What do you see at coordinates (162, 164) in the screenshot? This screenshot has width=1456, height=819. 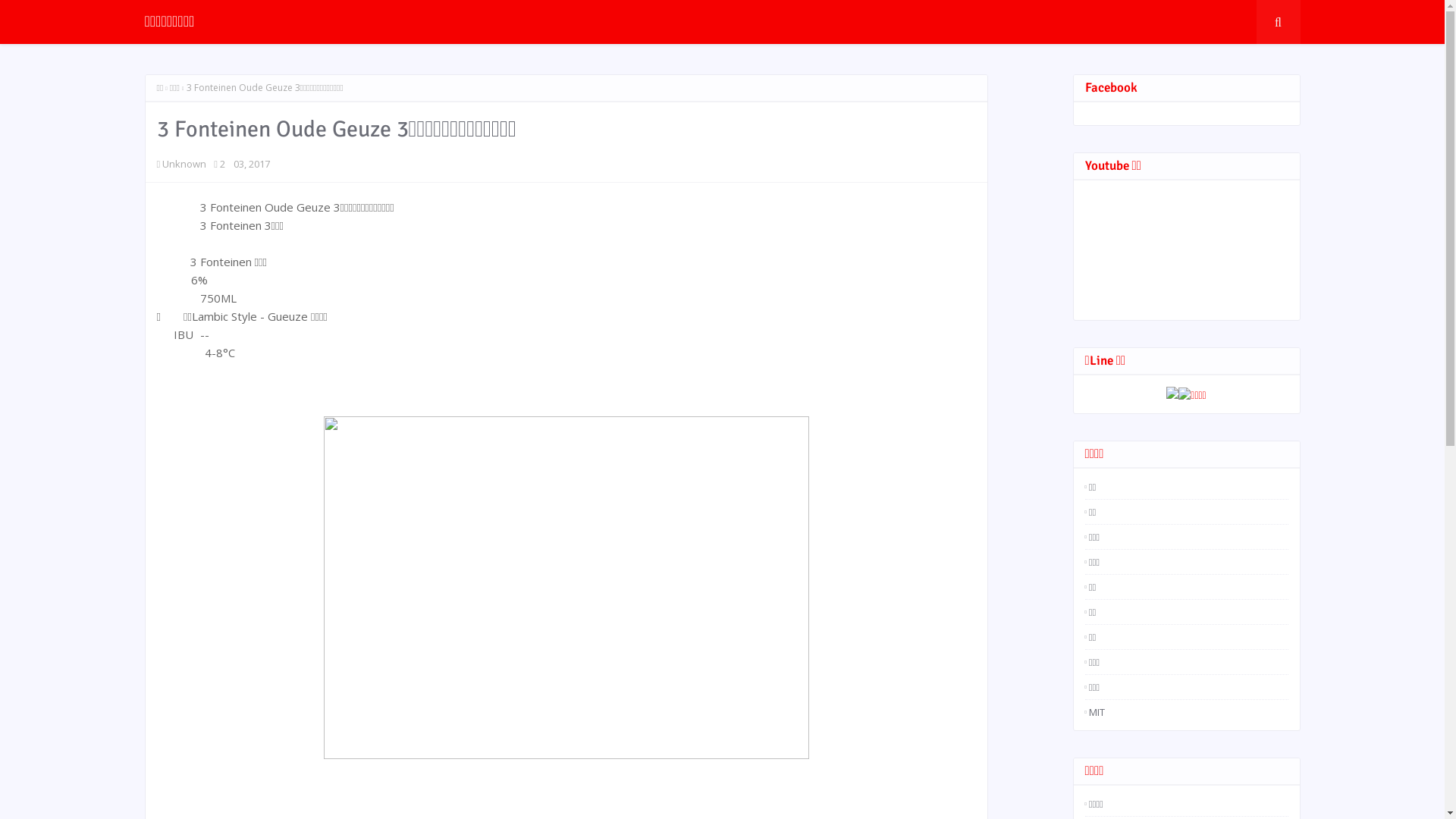 I see `'Unknown'` at bounding box center [162, 164].